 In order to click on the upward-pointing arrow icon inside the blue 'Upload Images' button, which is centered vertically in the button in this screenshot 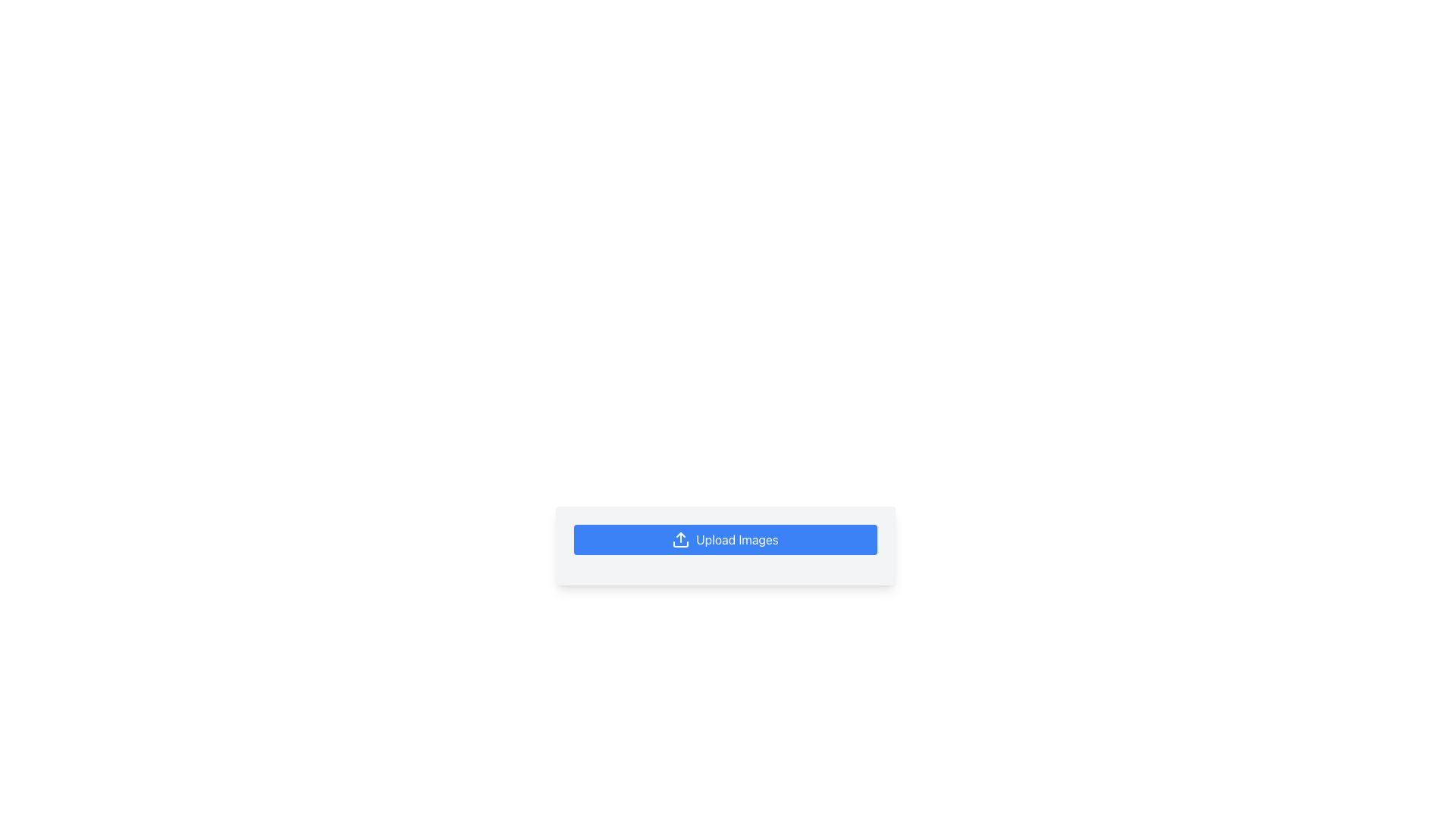, I will do `click(680, 539)`.